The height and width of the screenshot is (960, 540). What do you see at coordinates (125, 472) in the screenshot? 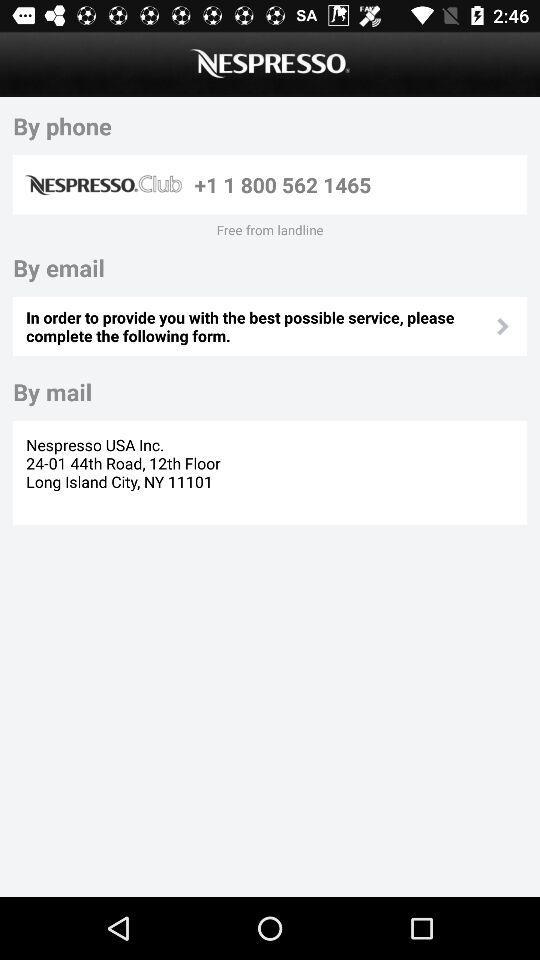
I see `the nespresso usa inc icon` at bounding box center [125, 472].